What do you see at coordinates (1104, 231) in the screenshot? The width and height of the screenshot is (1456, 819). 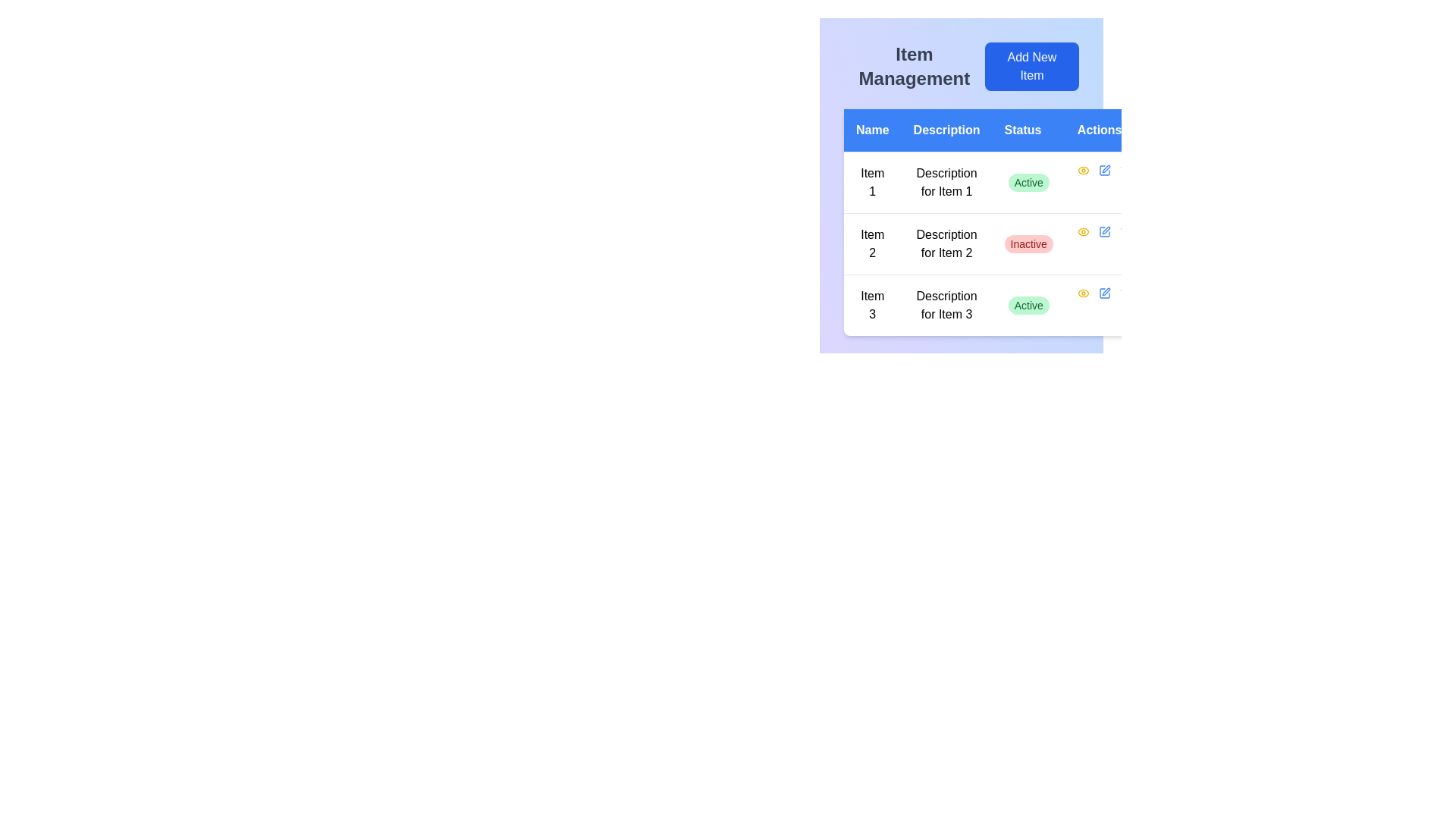 I see `the blue square icon with a pen outline in the 'Actions' column for 'Item 2'` at bounding box center [1104, 231].